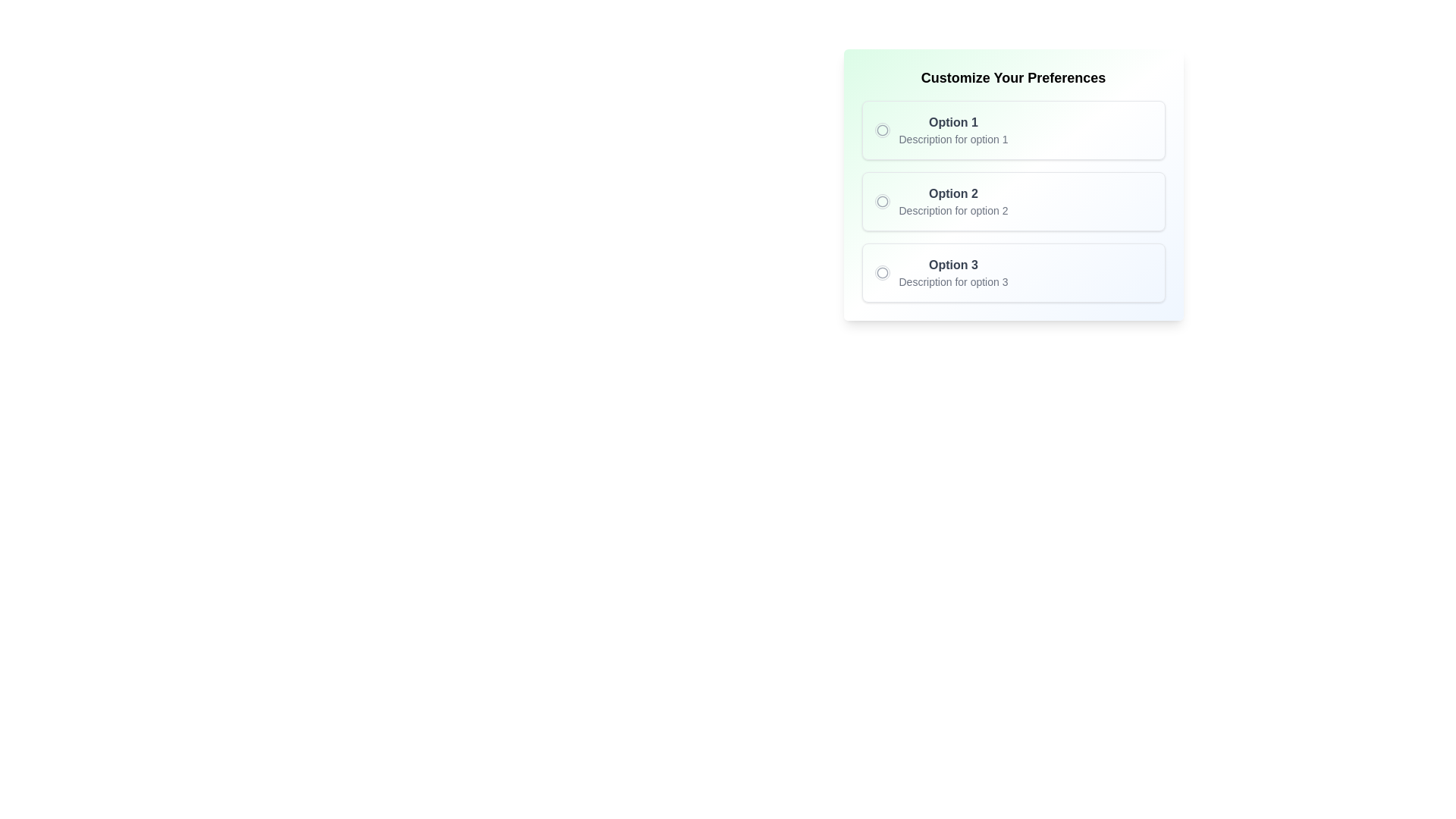 The image size is (1456, 819). What do you see at coordinates (882, 201) in the screenshot?
I see `the radio button located to the left of the 'Option 2' text` at bounding box center [882, 201].